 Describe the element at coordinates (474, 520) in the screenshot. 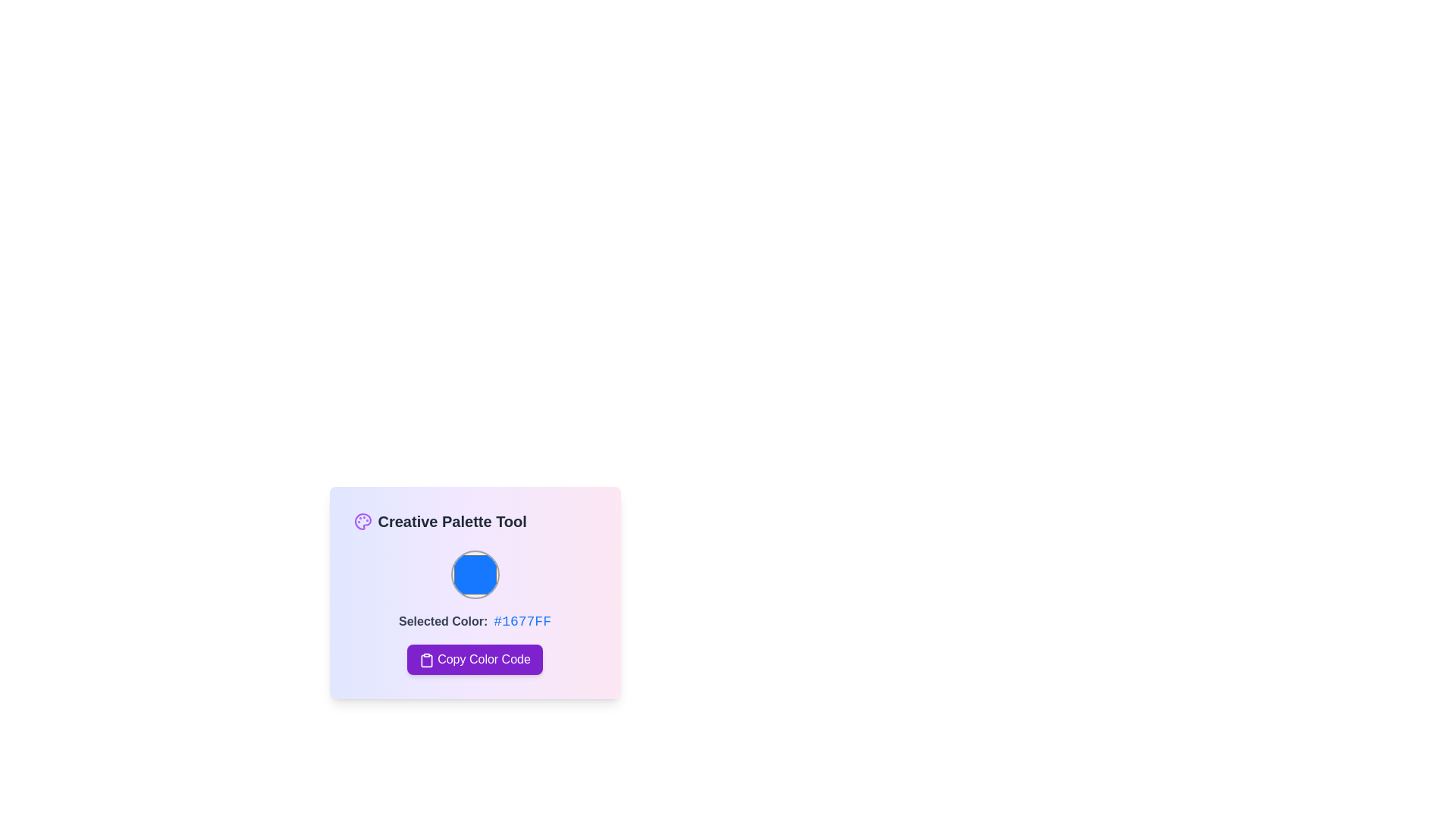

I see `header text with icon that provides context about the color management tool, located at the center of the card above the color picker` at that location.